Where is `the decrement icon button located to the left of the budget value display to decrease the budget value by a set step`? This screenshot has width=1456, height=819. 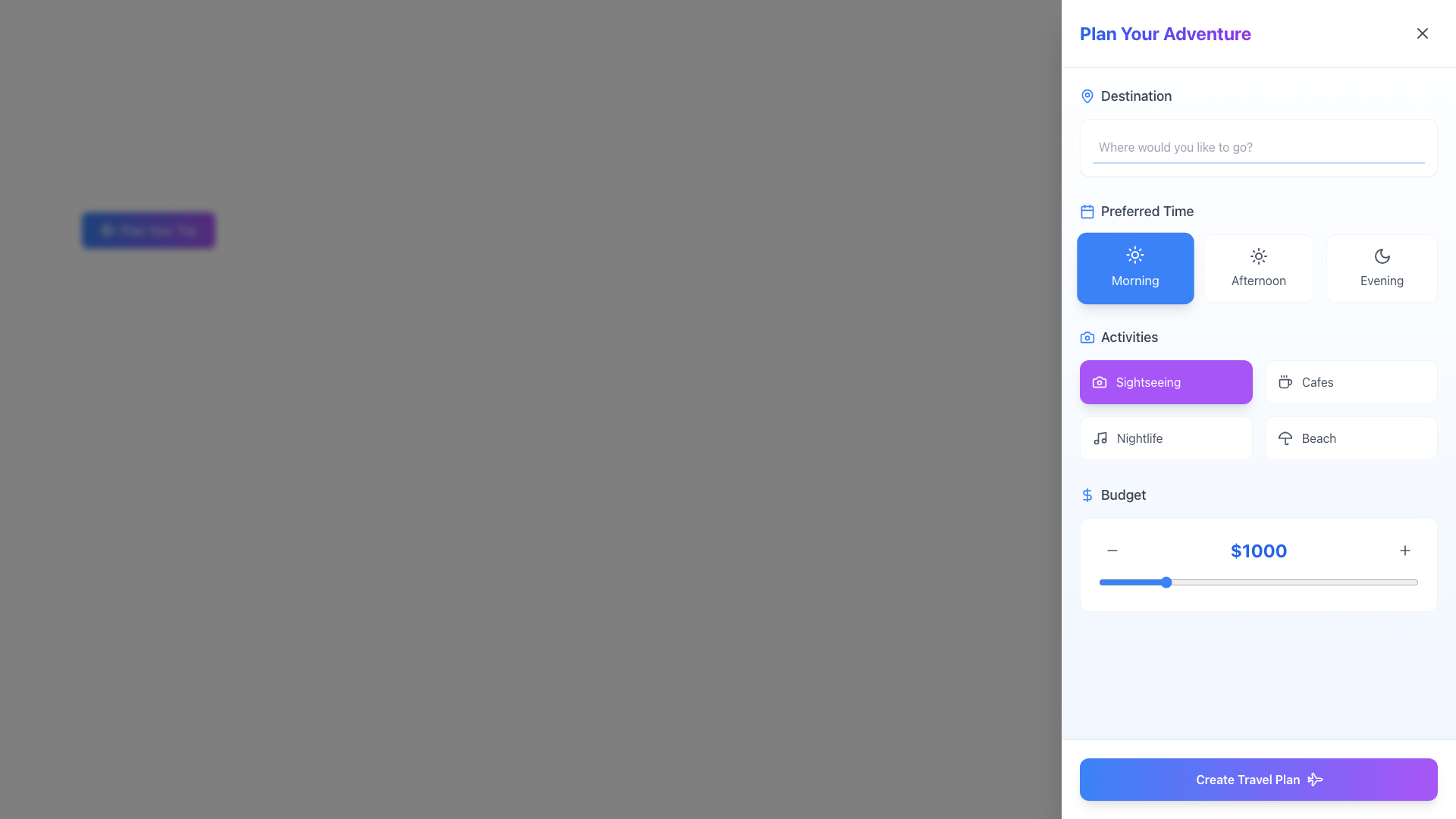 the decrement icon button located to the left of the budget value display to decrease the budget value by a set step is located at coordinates (1112, 550).